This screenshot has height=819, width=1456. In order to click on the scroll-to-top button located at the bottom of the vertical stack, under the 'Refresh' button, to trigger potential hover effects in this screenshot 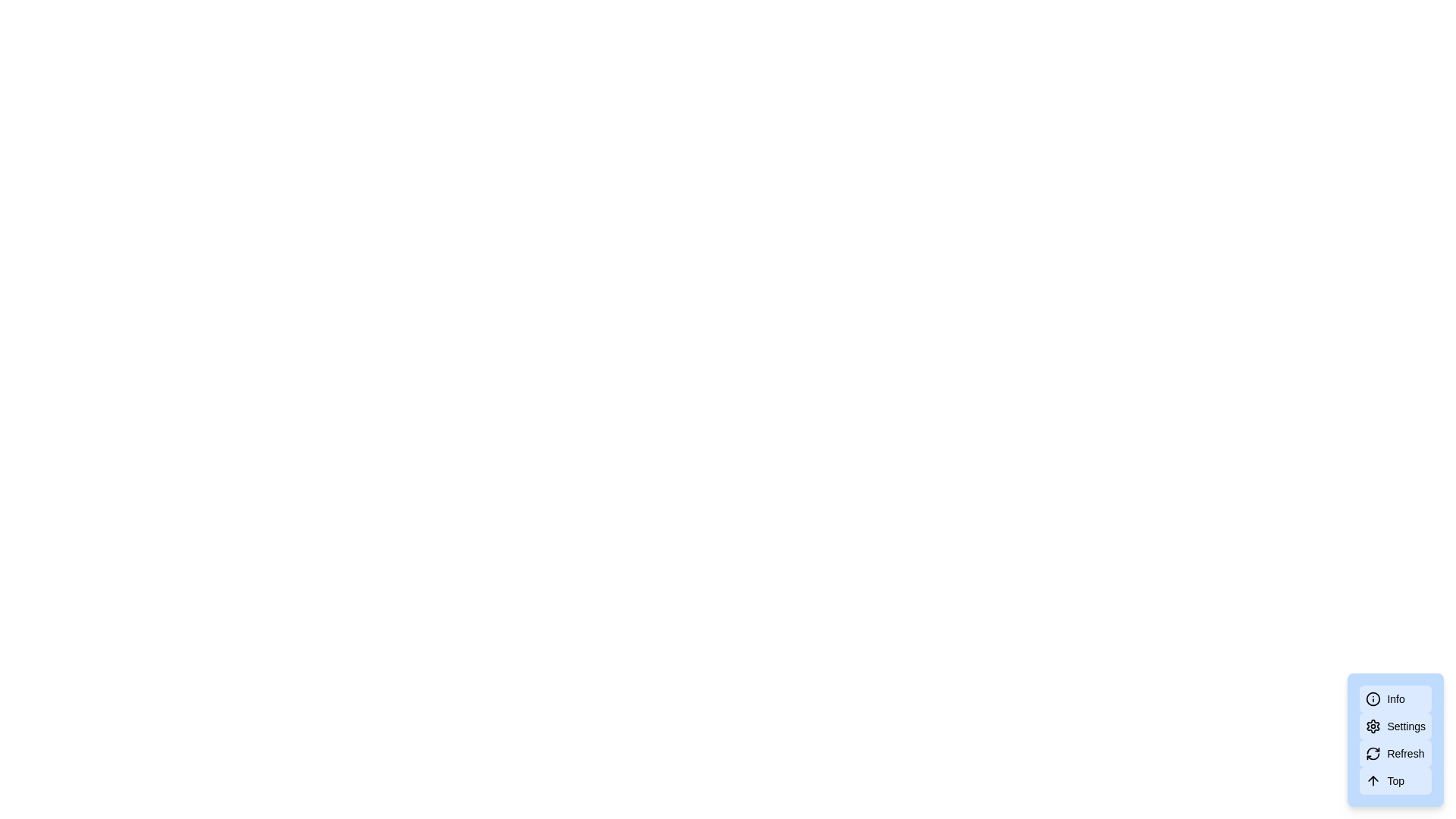, I will do `click(1395, 780)`.